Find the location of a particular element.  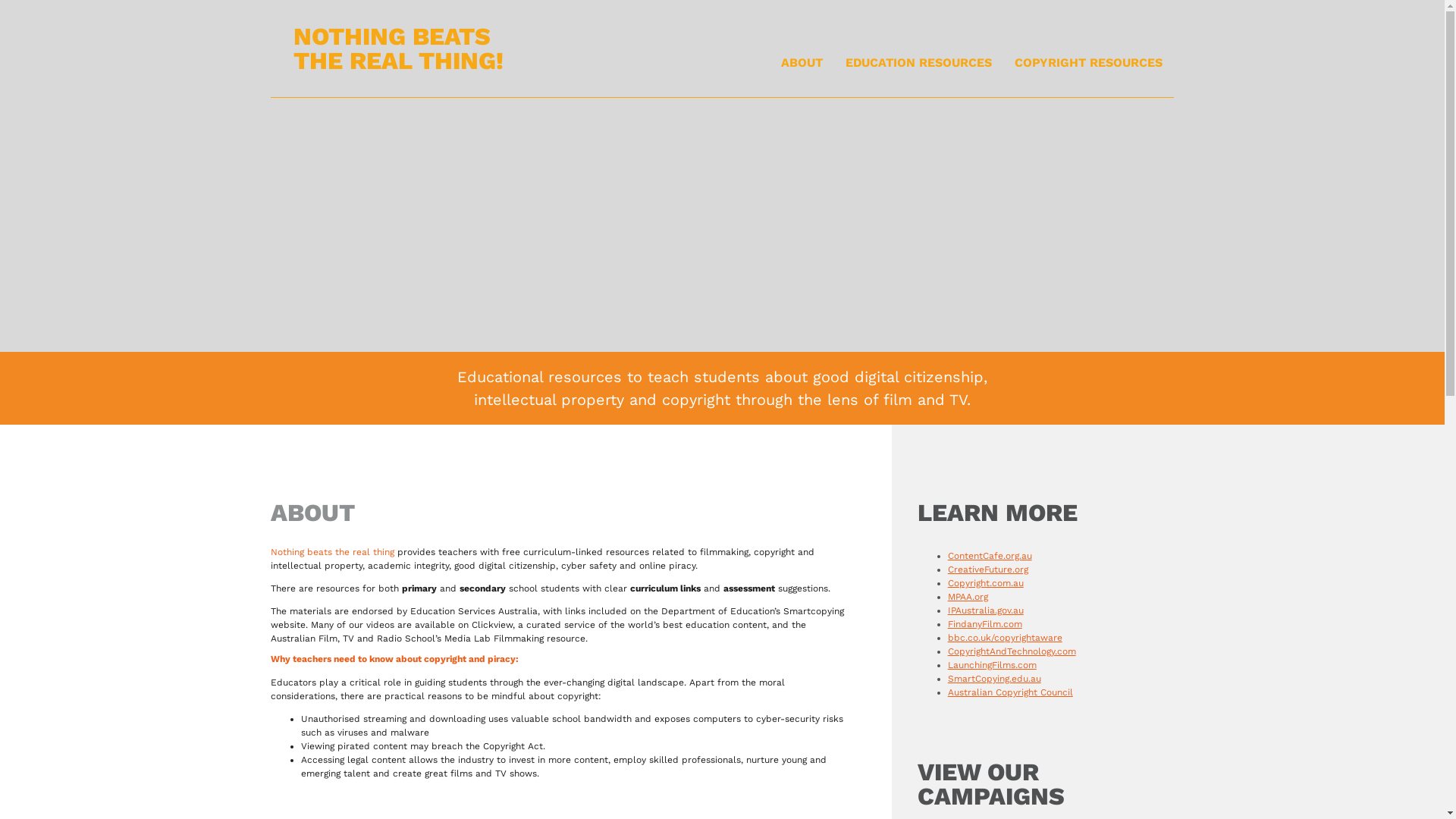

'SmartCopying.edu.au' is located at coordinates (994, 677).